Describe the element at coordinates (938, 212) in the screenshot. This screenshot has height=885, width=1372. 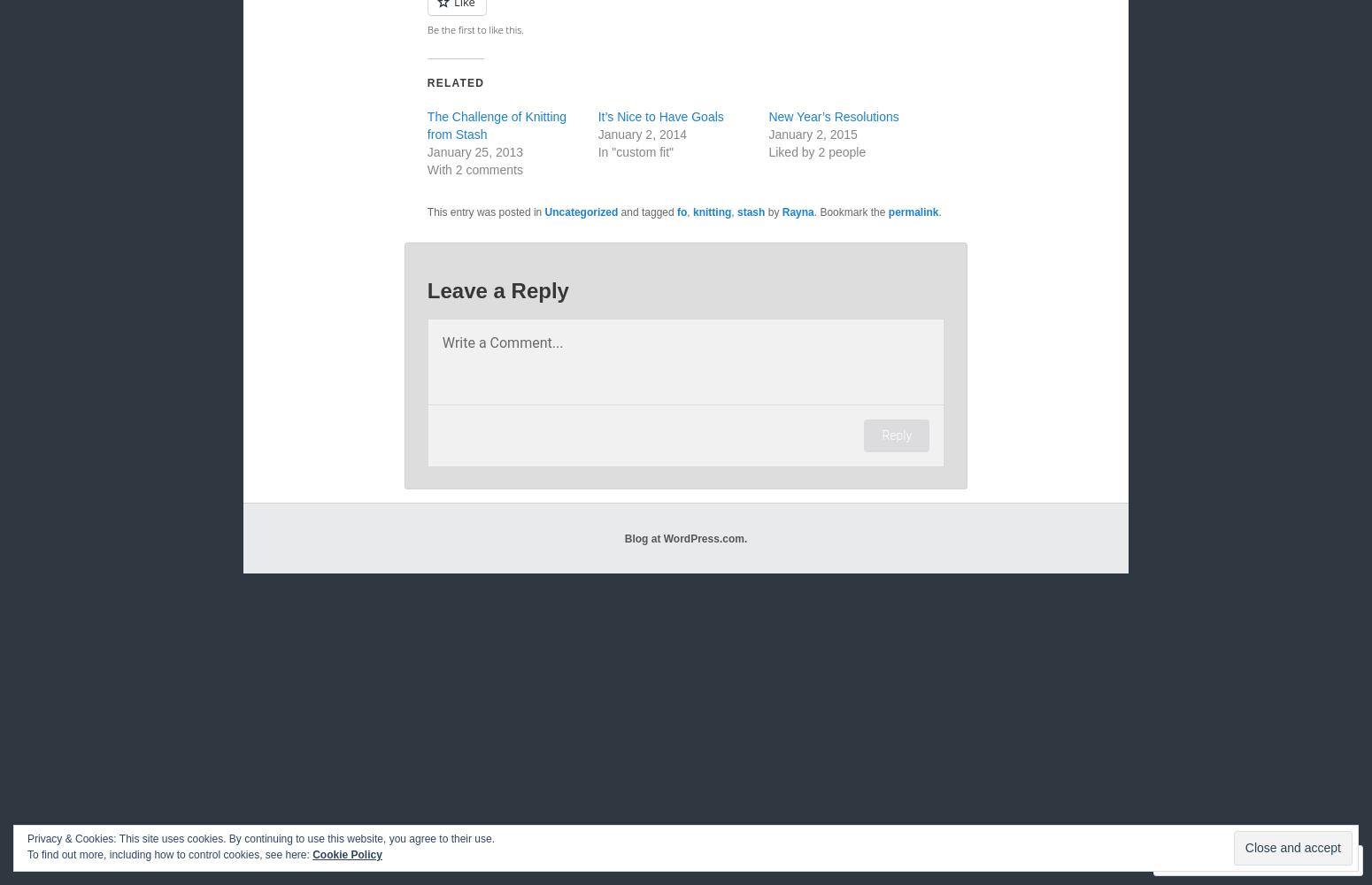
I see `'.'` at that location.